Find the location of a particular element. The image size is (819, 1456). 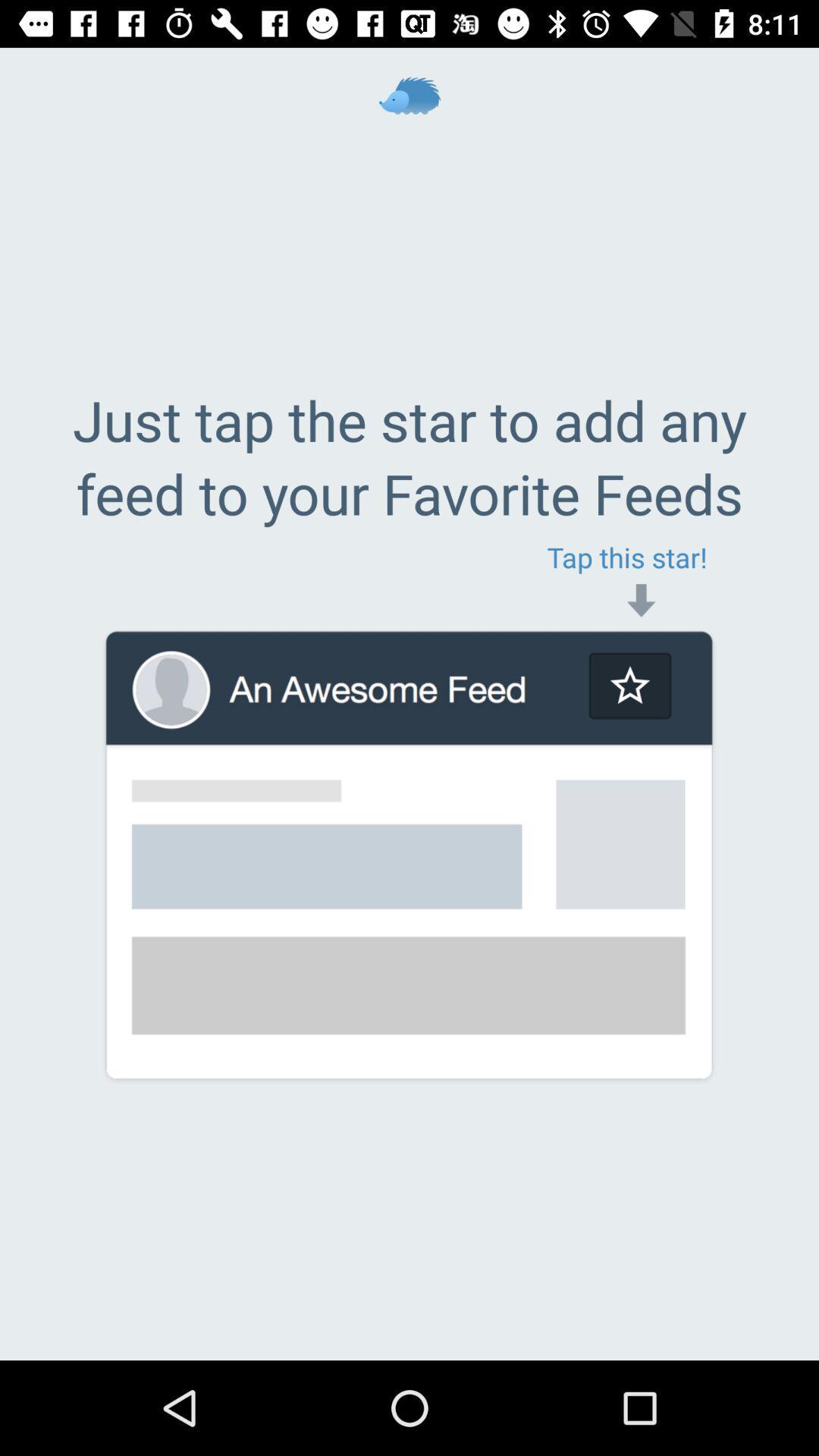

the star icon is located at coordinates (629, 685).